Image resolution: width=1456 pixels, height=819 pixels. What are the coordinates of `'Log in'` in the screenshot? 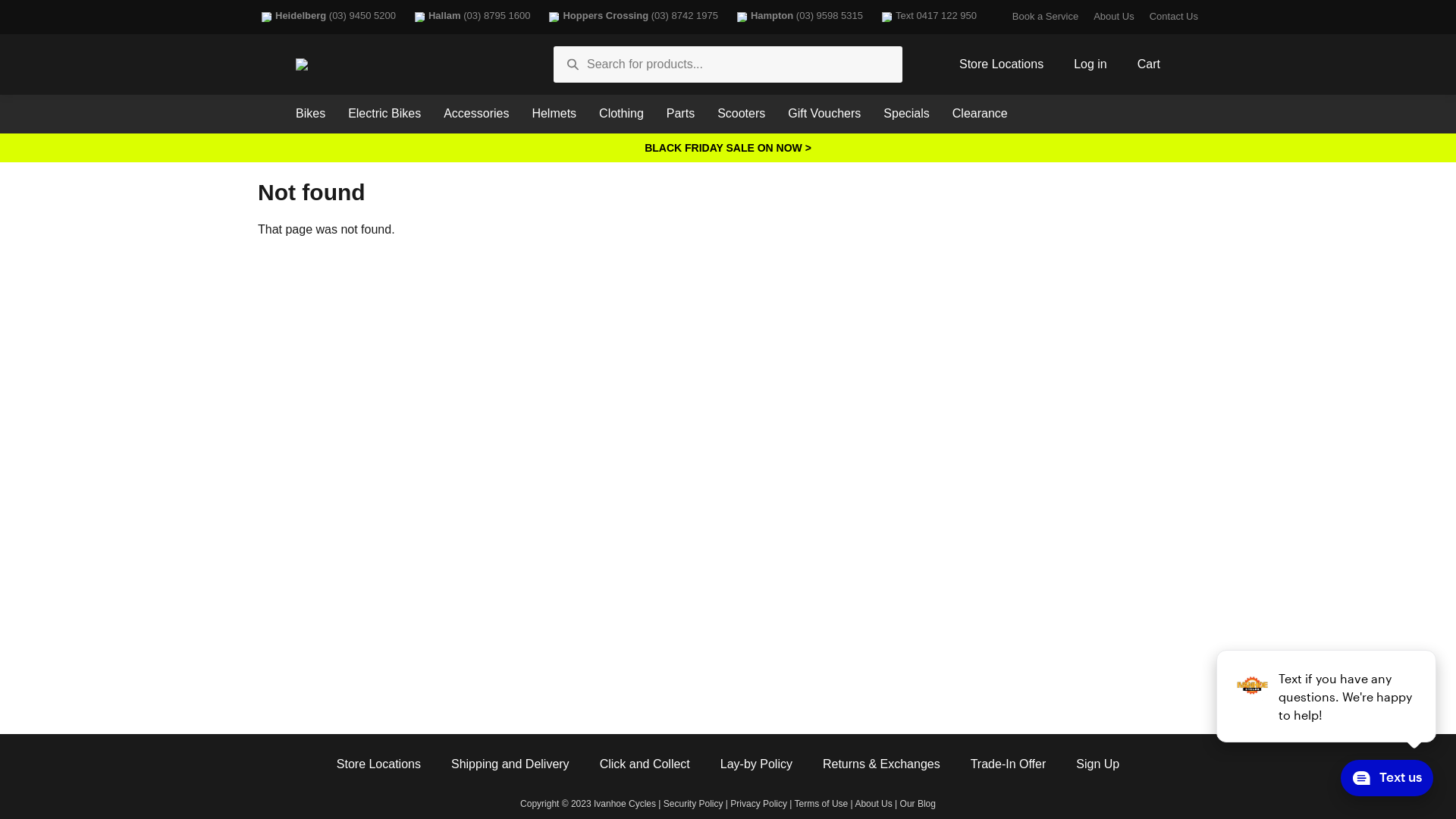 It's located at (1090, 64).